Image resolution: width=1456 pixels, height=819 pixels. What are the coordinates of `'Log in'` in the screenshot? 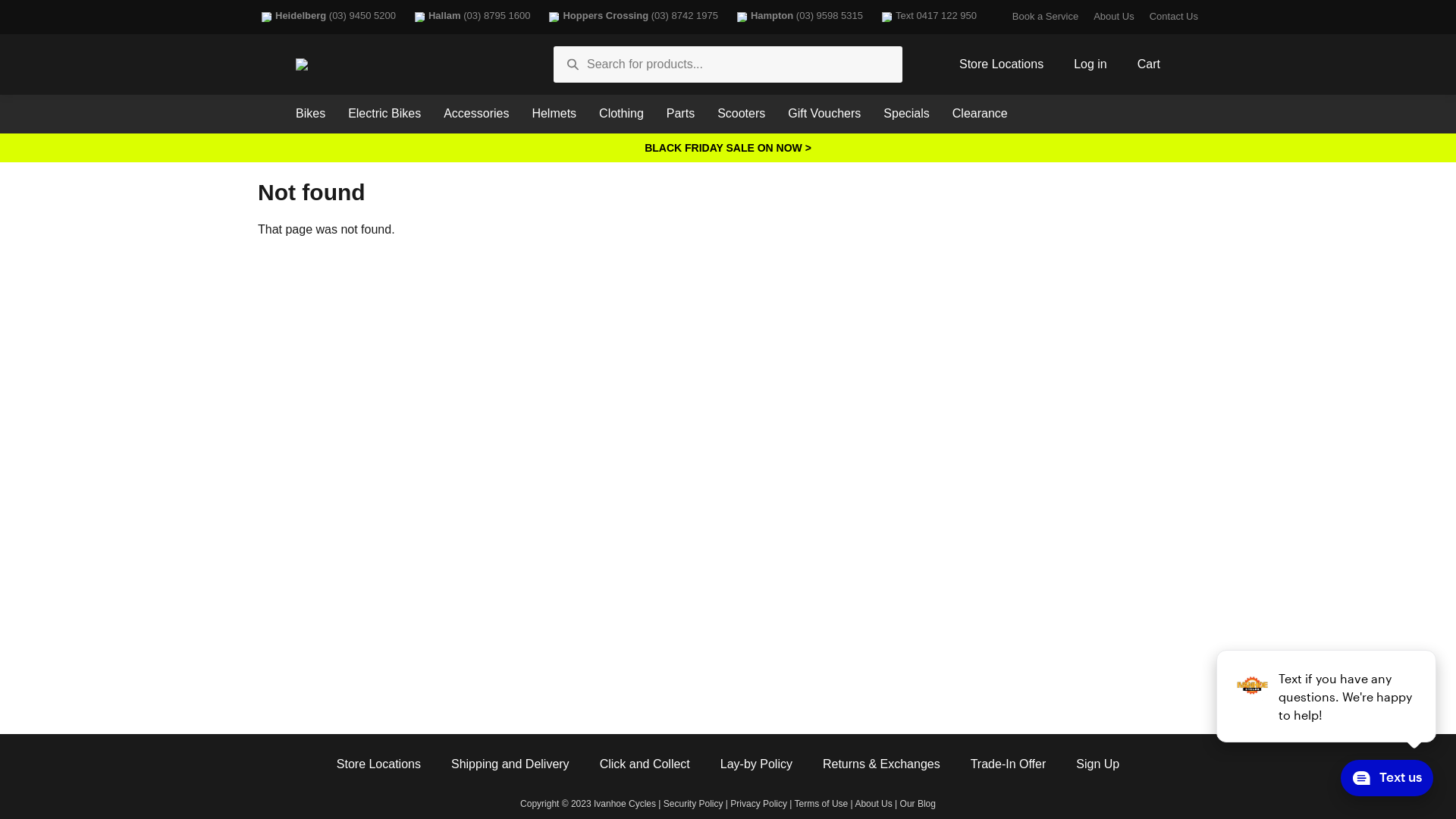 It's located at (1090, 64).